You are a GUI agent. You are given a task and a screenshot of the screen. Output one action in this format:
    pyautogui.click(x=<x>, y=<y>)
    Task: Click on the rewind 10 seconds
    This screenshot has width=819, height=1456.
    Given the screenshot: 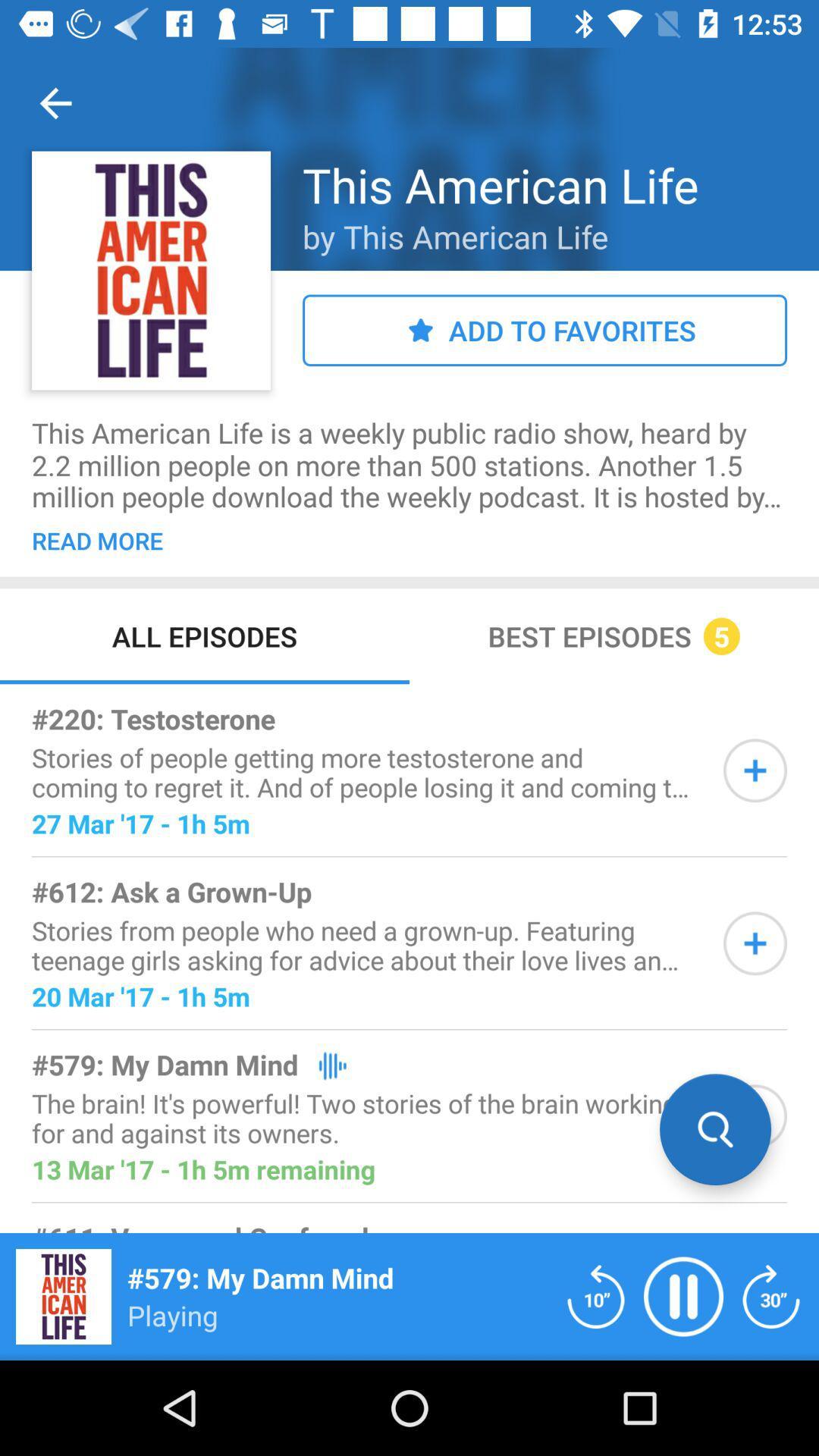 What is the action you would take?
    pyautogui.click(x=595, y=1295)
    